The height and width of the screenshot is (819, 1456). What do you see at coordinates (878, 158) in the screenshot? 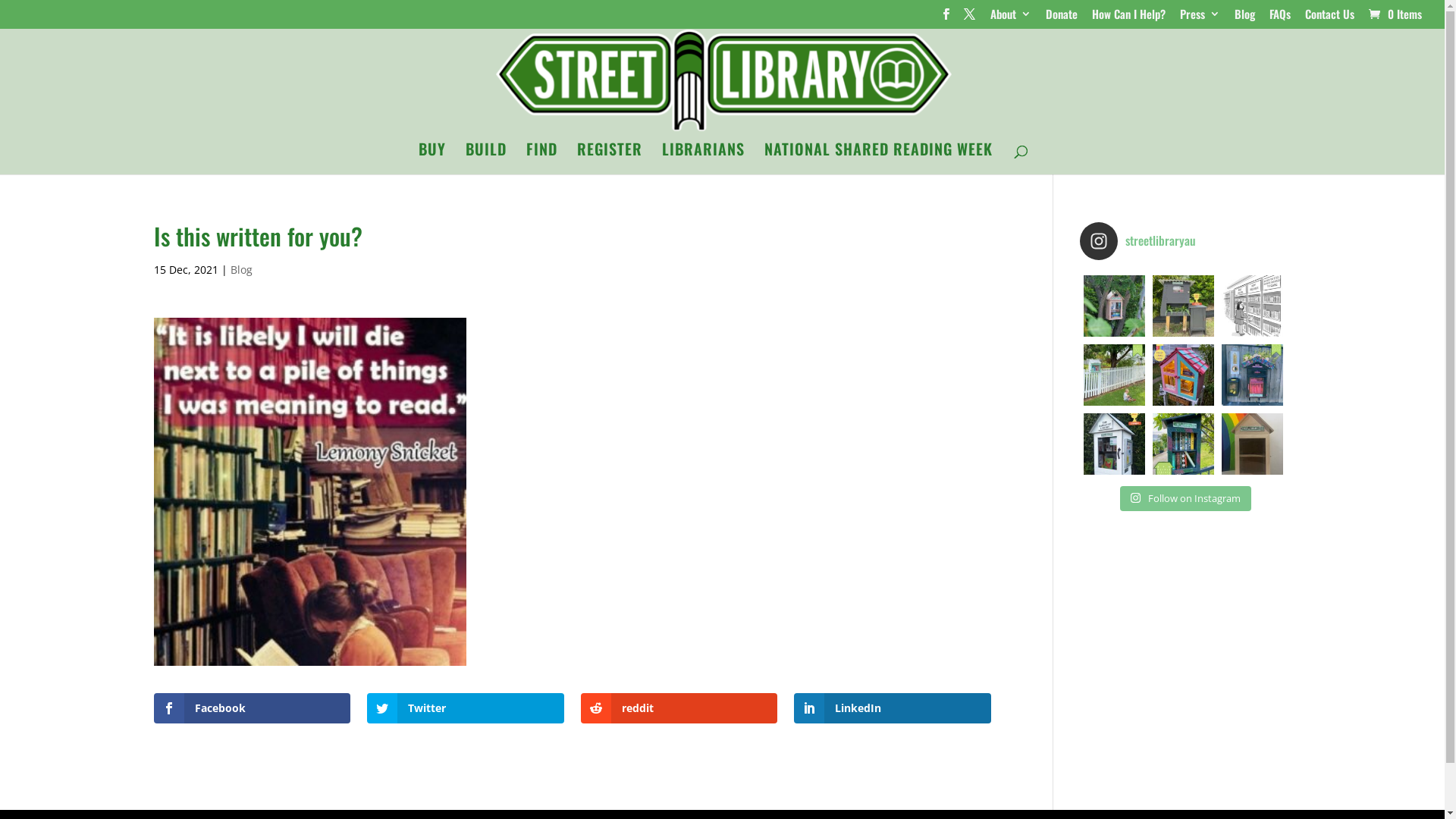
I see `'NATIONAL SHARED READING WEEK'` at bounding box center [878, 158].